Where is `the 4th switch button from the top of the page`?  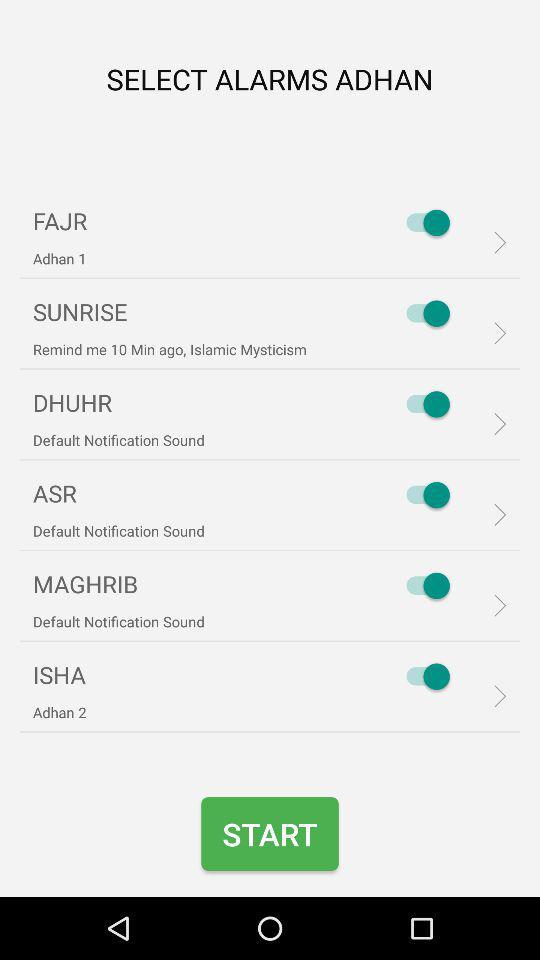
the 4th switch button from the top of the page is located at coordinates (422, 493).